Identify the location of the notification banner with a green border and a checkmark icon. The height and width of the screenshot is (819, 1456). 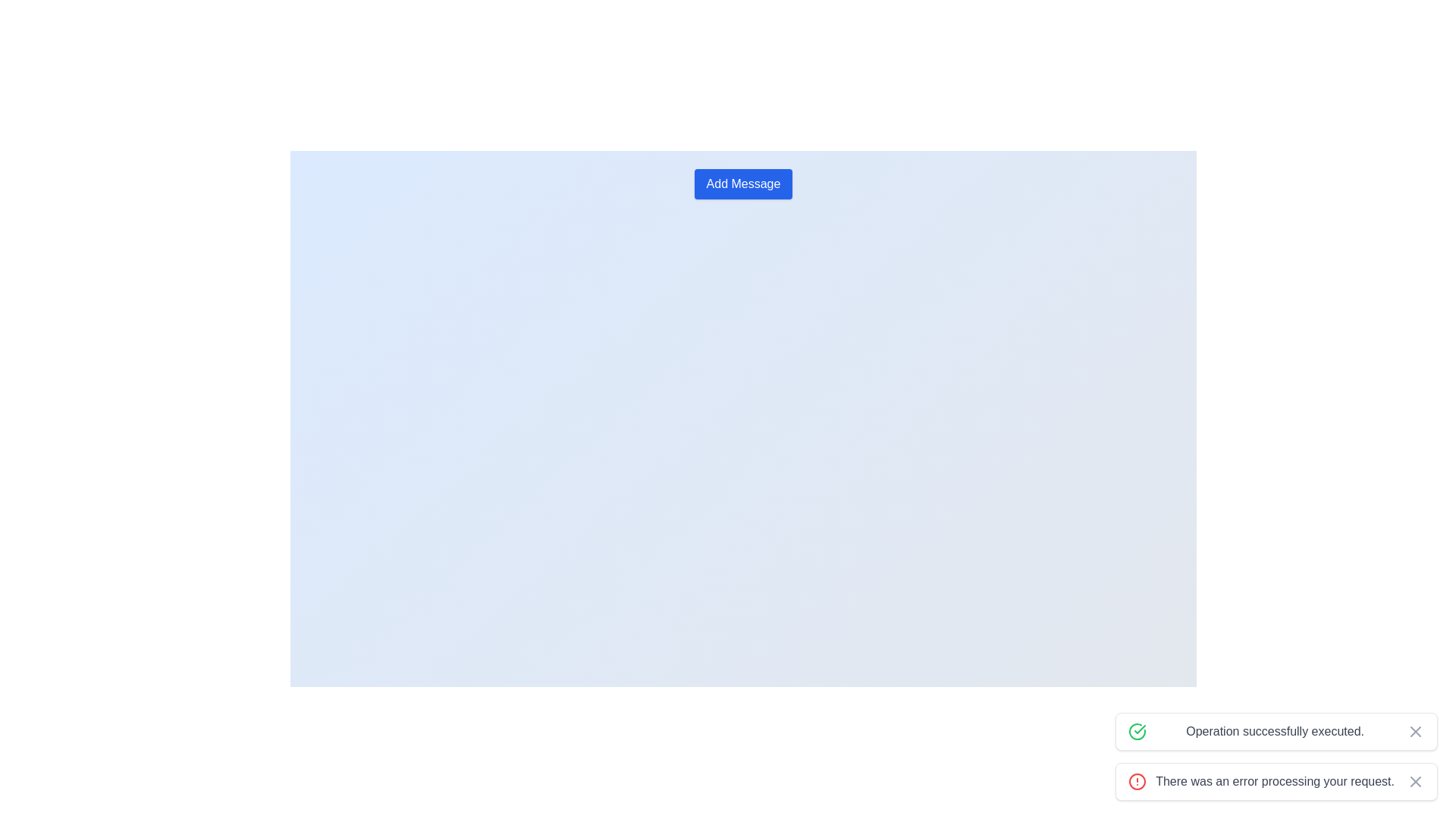
(1276, 730).